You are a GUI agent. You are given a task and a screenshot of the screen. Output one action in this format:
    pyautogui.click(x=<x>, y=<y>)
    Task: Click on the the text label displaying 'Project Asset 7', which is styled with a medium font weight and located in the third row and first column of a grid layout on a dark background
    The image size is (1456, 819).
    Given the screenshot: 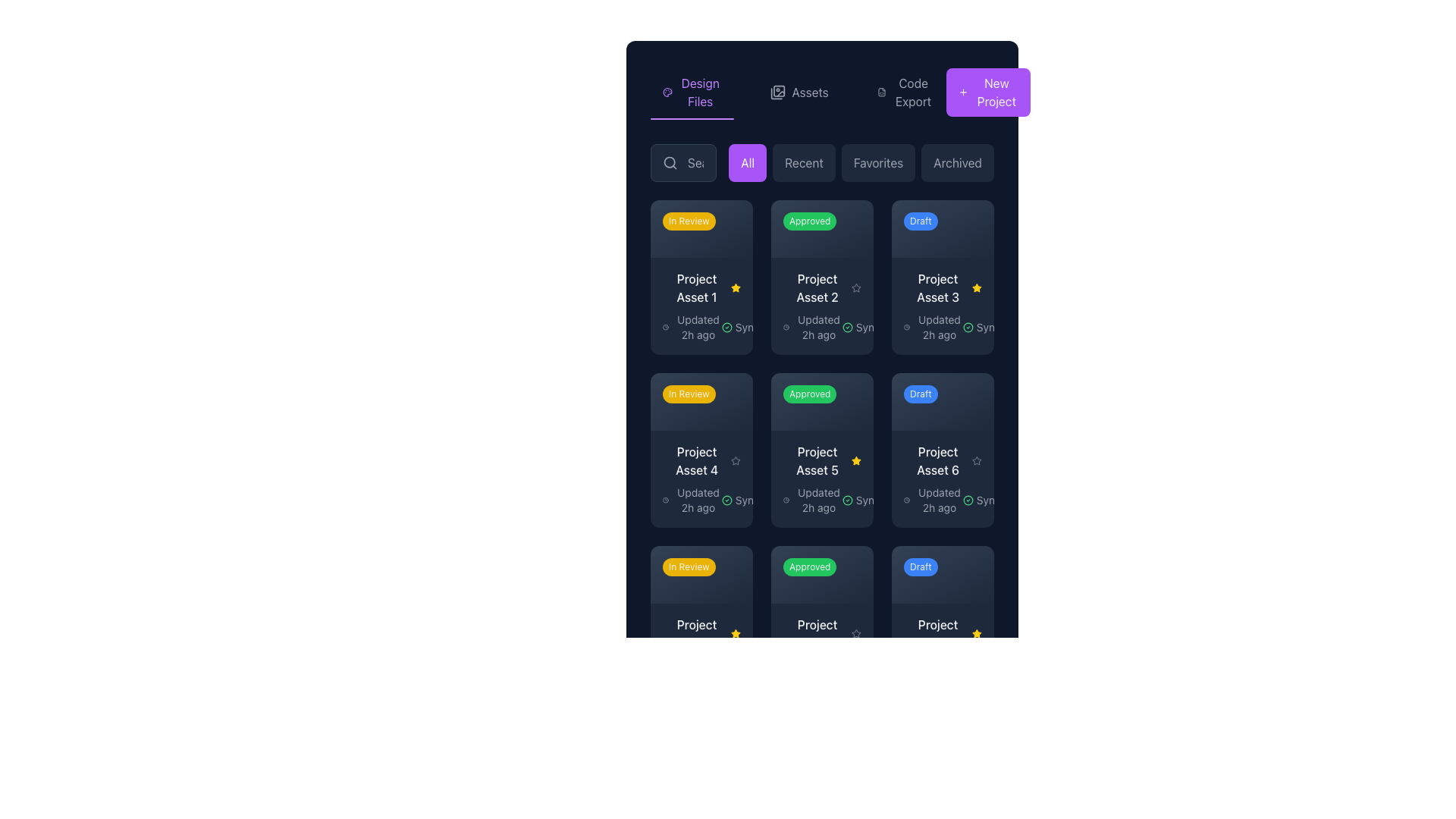 What is the action you would take?
    pyautogui.click(x=696, y=633)
    